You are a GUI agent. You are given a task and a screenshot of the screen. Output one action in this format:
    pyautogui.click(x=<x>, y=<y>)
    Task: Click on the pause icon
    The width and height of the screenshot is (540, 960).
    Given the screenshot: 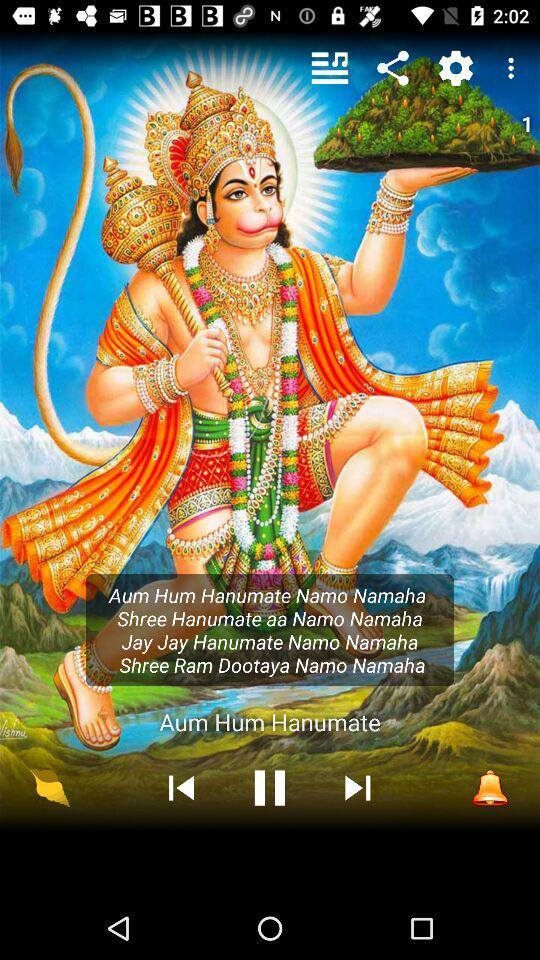 What is the action you would take?
    pyautogui.click(x=270, y=787)
    